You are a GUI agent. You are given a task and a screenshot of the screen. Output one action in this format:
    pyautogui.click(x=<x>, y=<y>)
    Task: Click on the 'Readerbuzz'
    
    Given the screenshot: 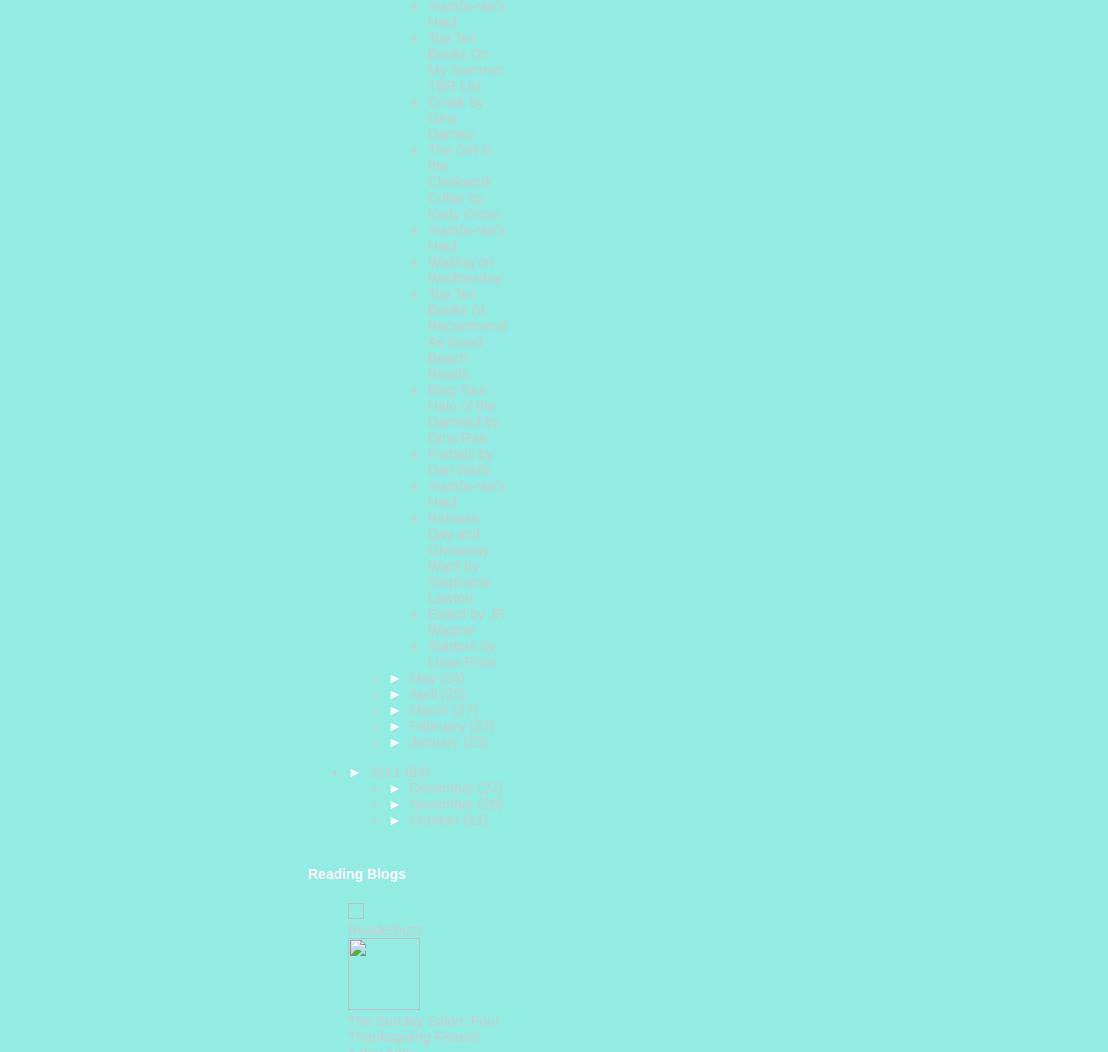 What is the action you would take?
    pyautogui.click(x=385, y=928)
    